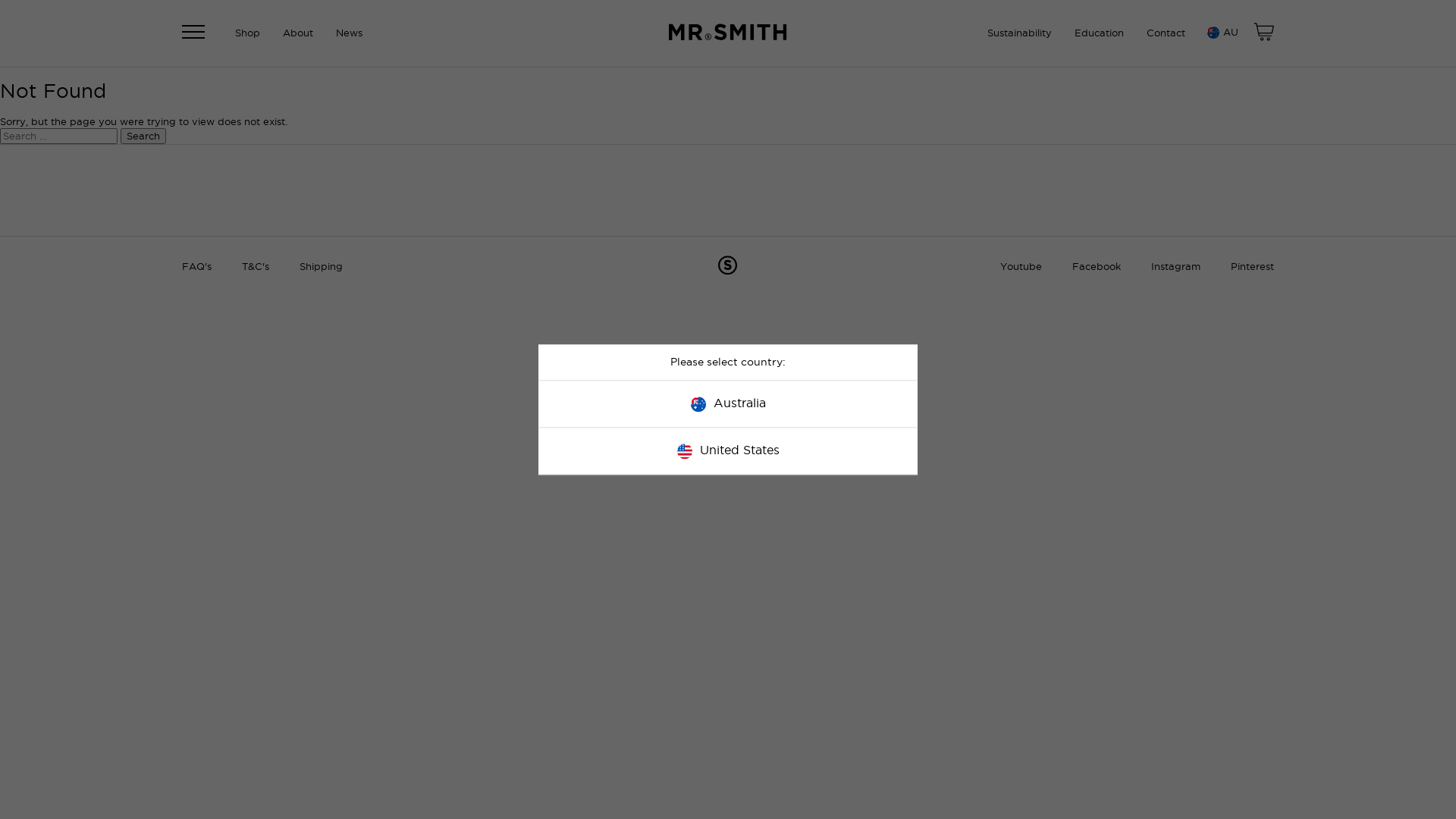  I want to click on 'Pinterest', so click(1252, 265).